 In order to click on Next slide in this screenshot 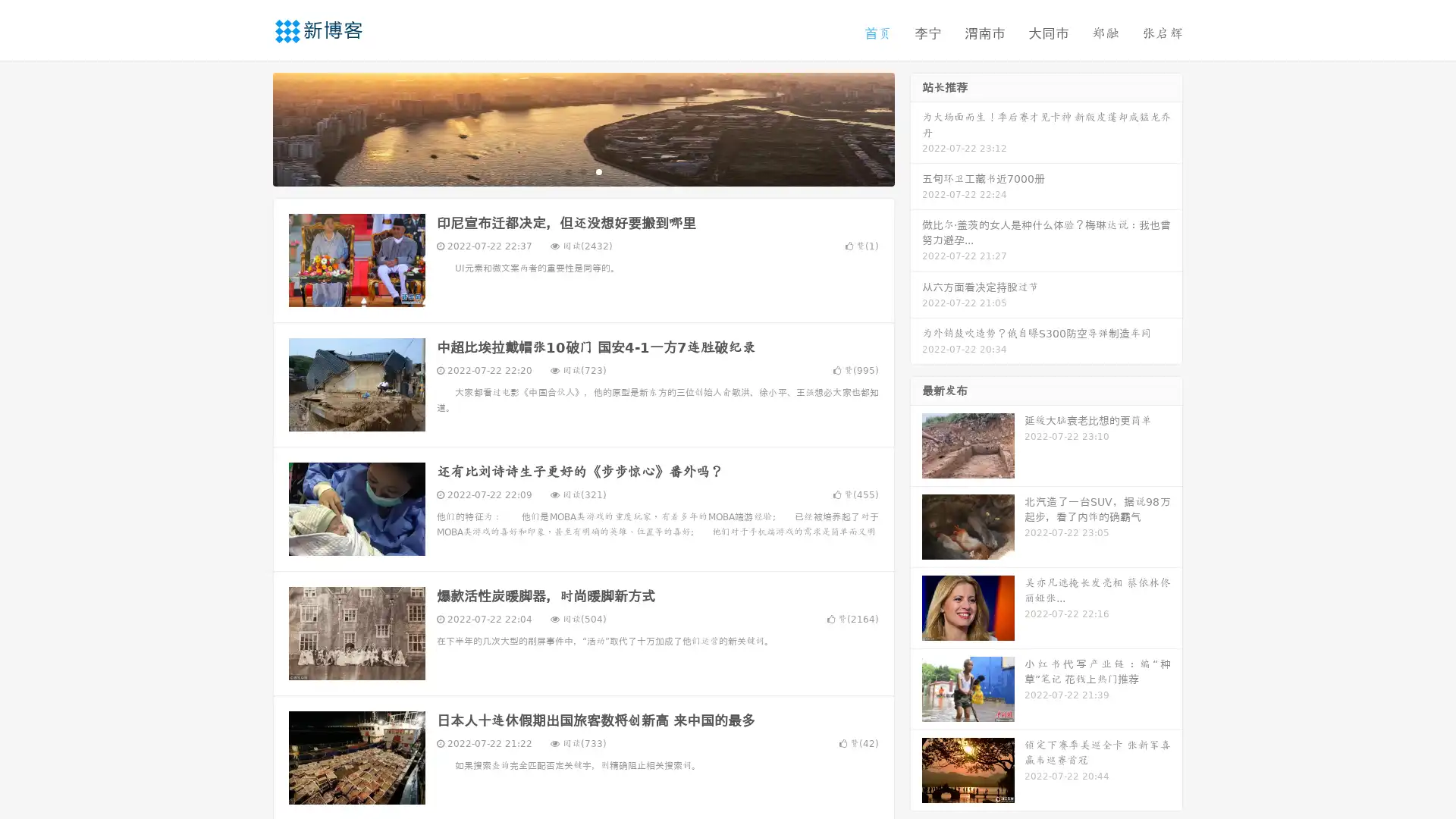, I will do `click(916, 127)`.